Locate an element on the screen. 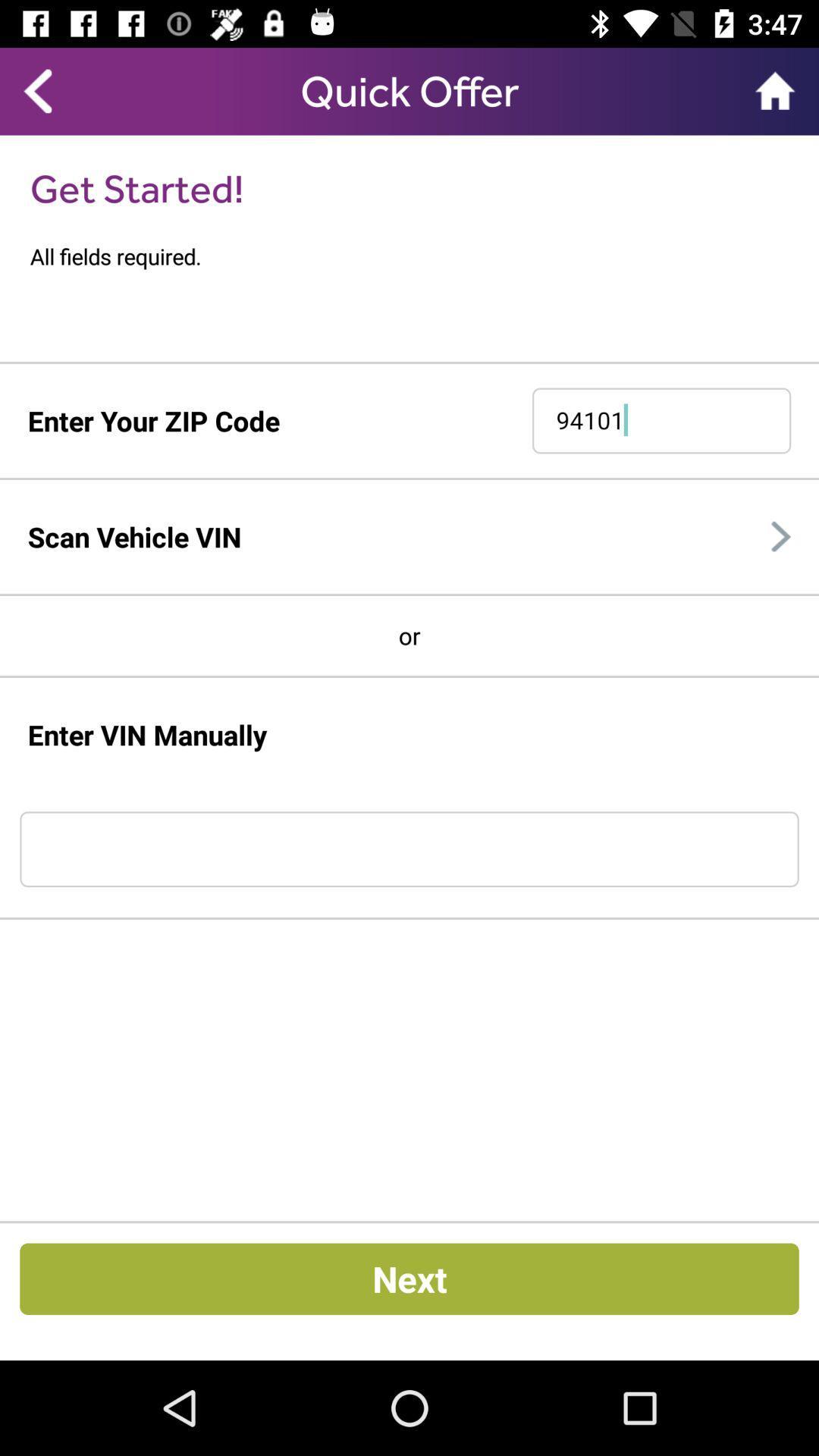 Image resolution: width=819 pixels, height=1456 pixels. item to the left of the quick offer icon is located at coordinates (36, 90).